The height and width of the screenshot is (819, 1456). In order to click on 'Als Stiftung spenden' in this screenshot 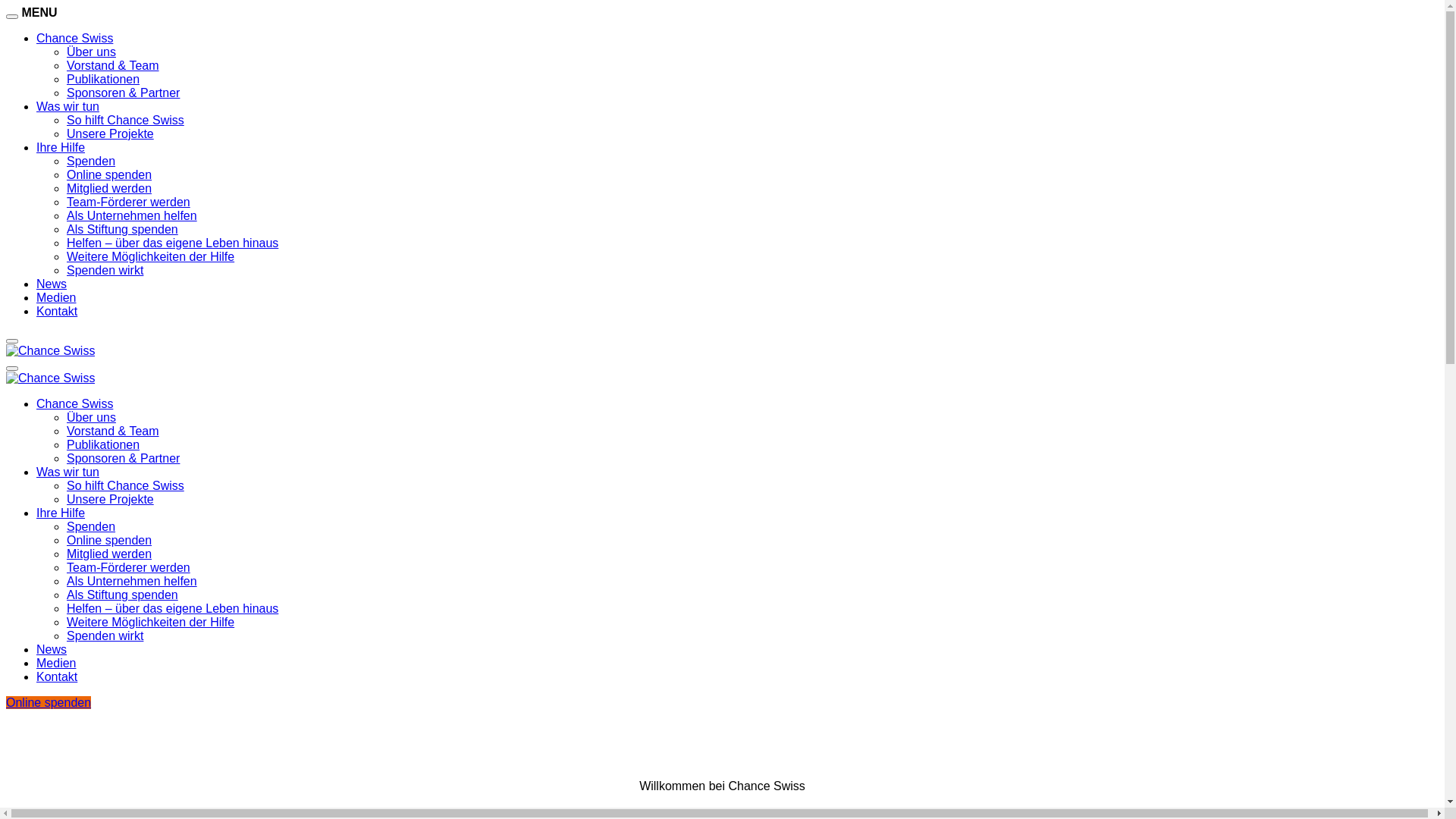, I will do `click(122, 594)`.